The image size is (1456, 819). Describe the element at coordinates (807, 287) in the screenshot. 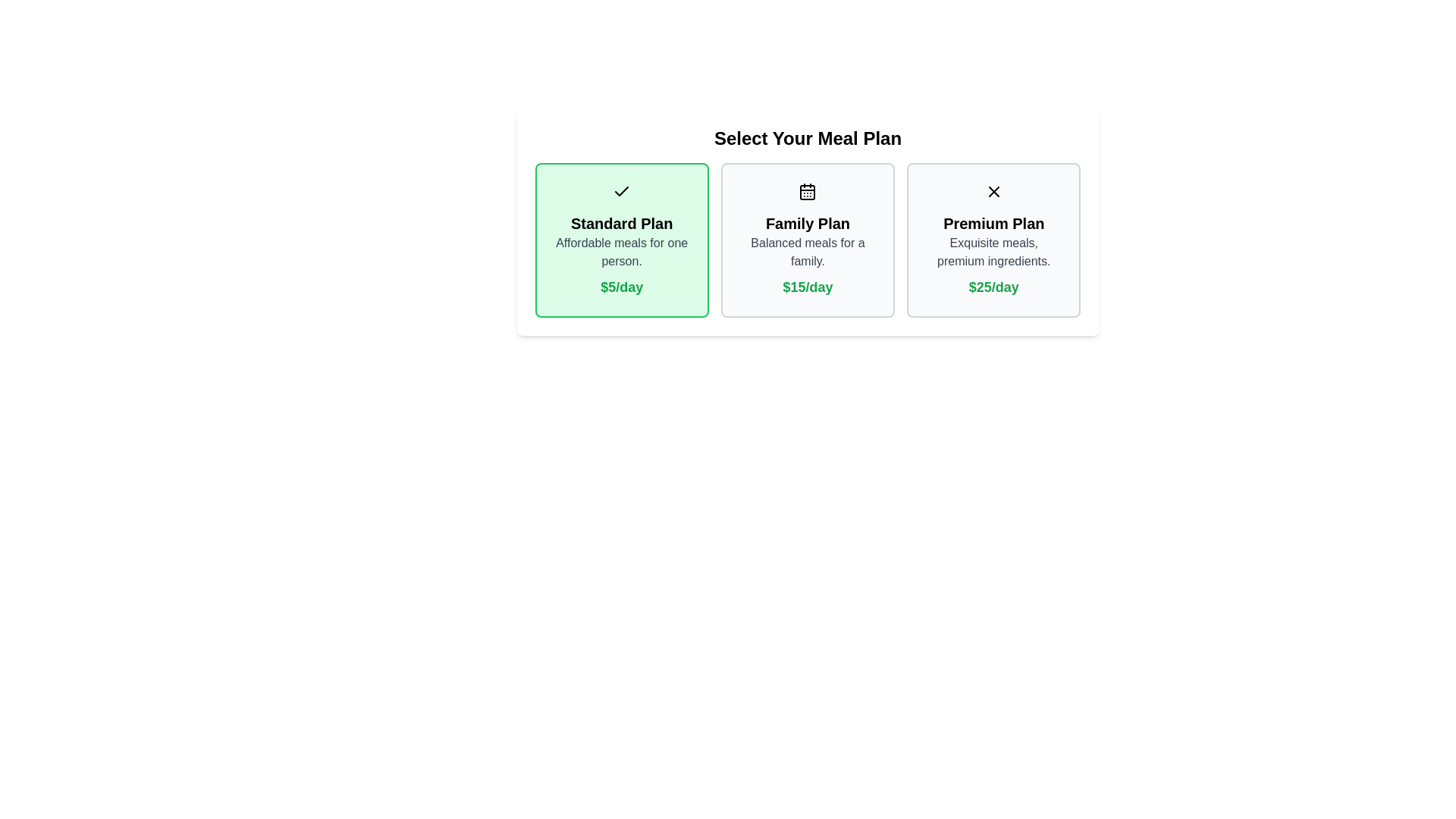

I see `pricing text for the 'Family Plan' meal option located in the middle card among three options, positioned below the description 'Balanced meals for a family.'` at that location.